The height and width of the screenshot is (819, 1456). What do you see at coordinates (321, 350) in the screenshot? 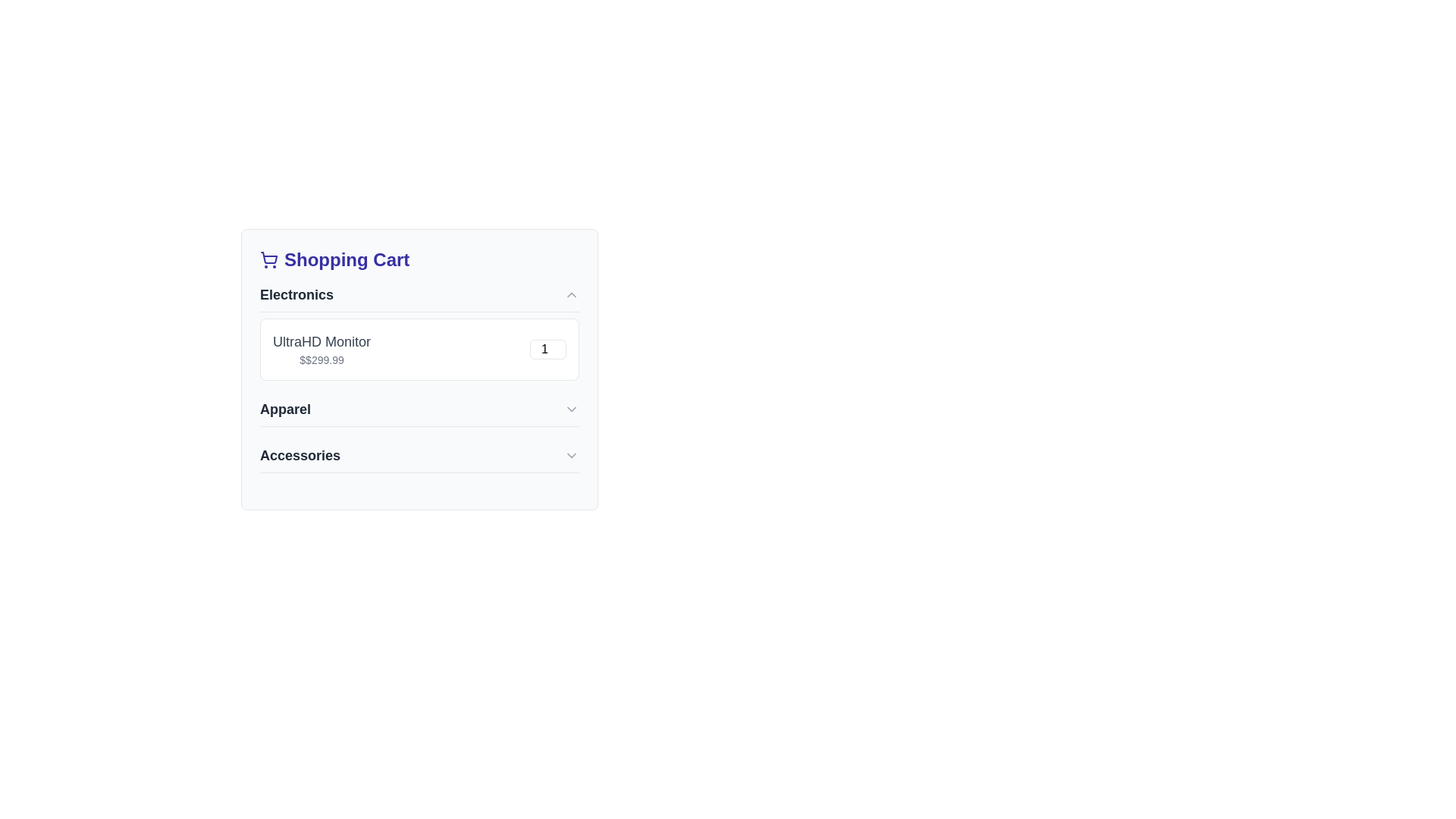
I see `the 'UltraHD Monitor' text label, which displays the title in a larger gray font and the price '$$299.99' in a smaller lighter gray font, located in the upper left section of the 'Electronics' section in the shopping cart interface` at bounding box center [321, 350].